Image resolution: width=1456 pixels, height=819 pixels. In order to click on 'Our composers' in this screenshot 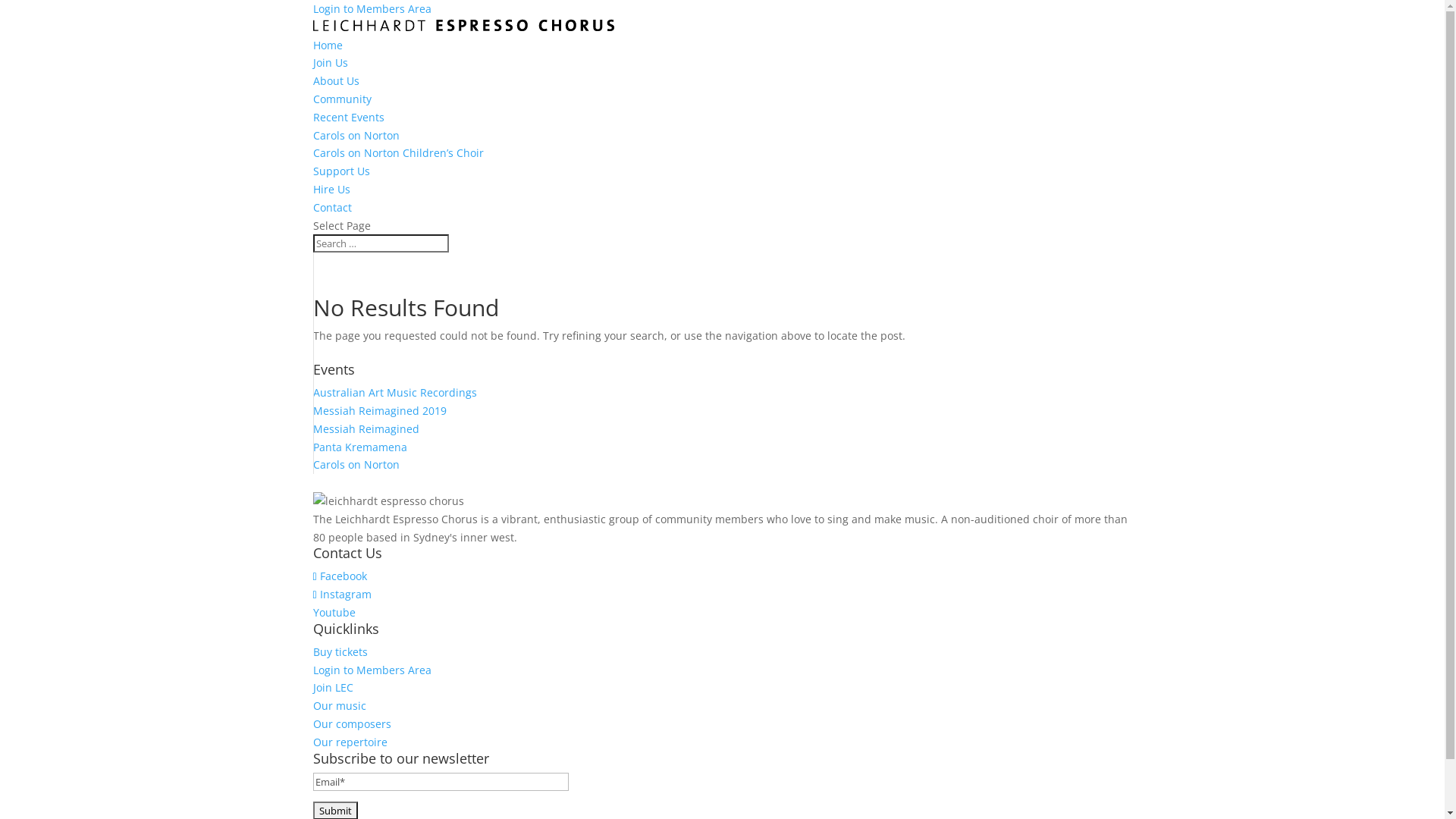, I will do `click(312, 723)`.